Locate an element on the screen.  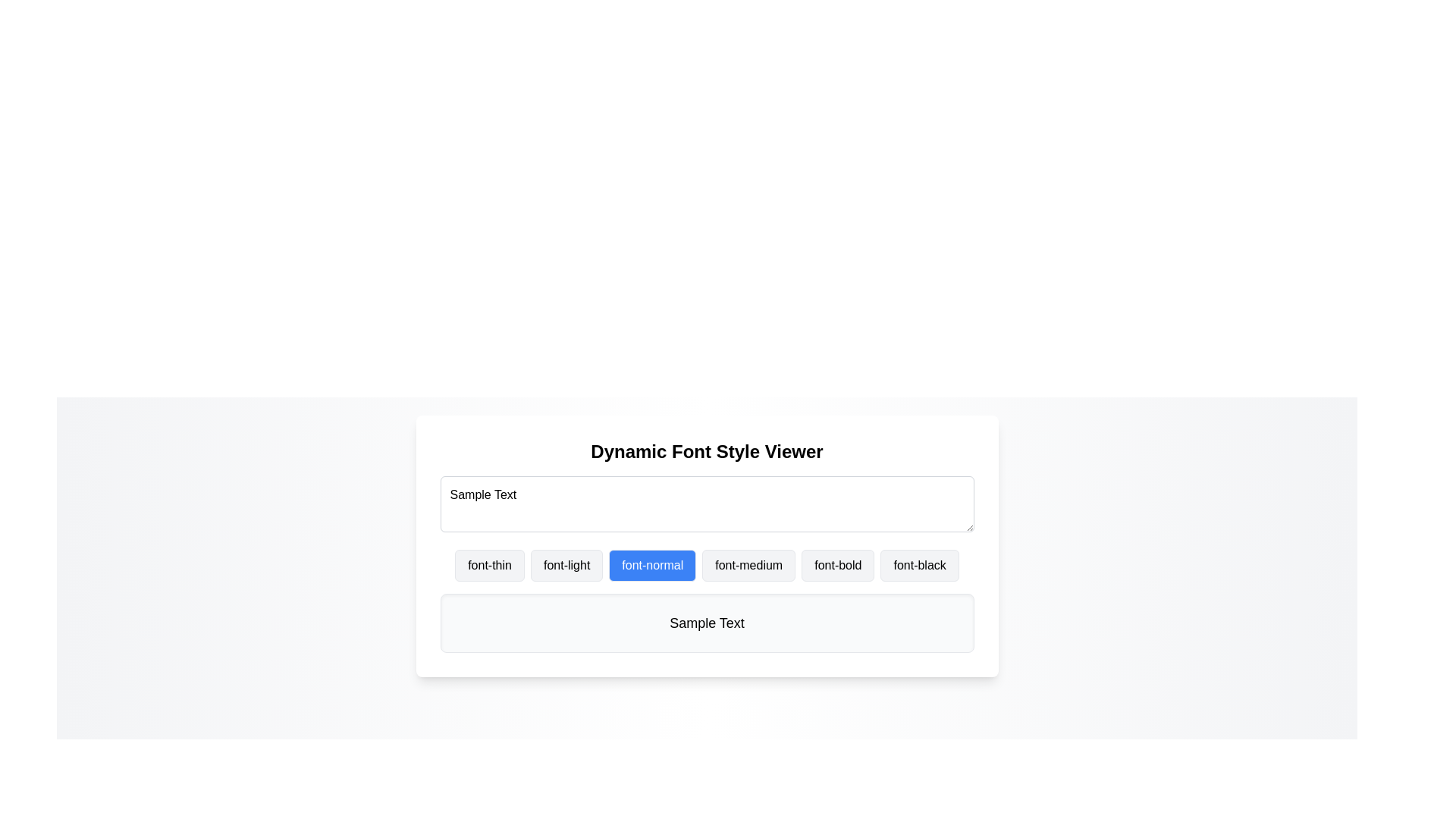
the 'font-black' style button, the sixth button in a horizontal group located below the text input field is located at coordinates (919, 565).